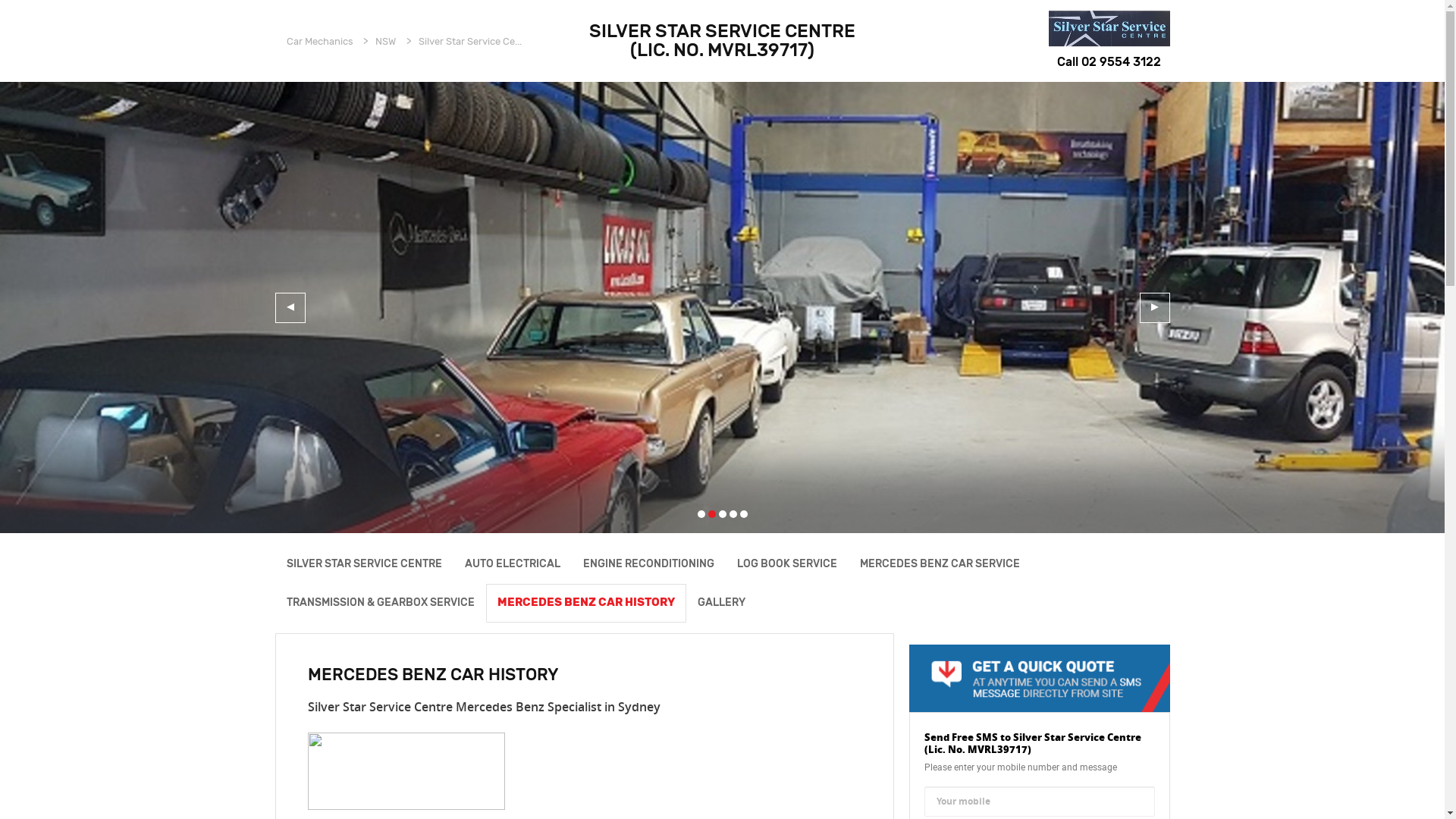 The height and width of the screenshot is (819, 1456). Describe the element at coordinates (697, 513) in the screenshot. I see `'1'` at that location.